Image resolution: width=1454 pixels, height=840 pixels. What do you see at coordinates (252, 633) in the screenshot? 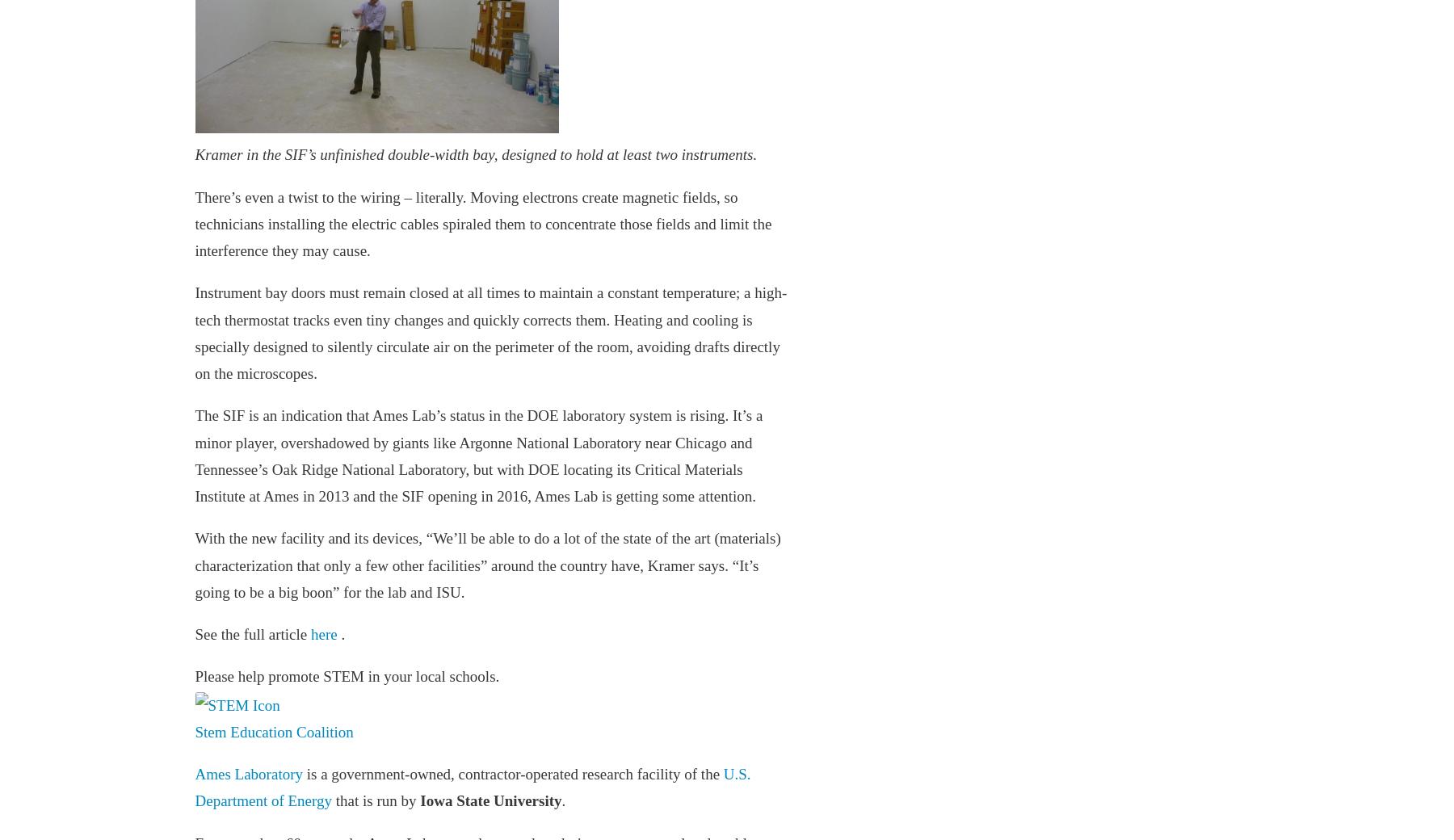
I see `'See the full article'` at bounding box center [252, 633].